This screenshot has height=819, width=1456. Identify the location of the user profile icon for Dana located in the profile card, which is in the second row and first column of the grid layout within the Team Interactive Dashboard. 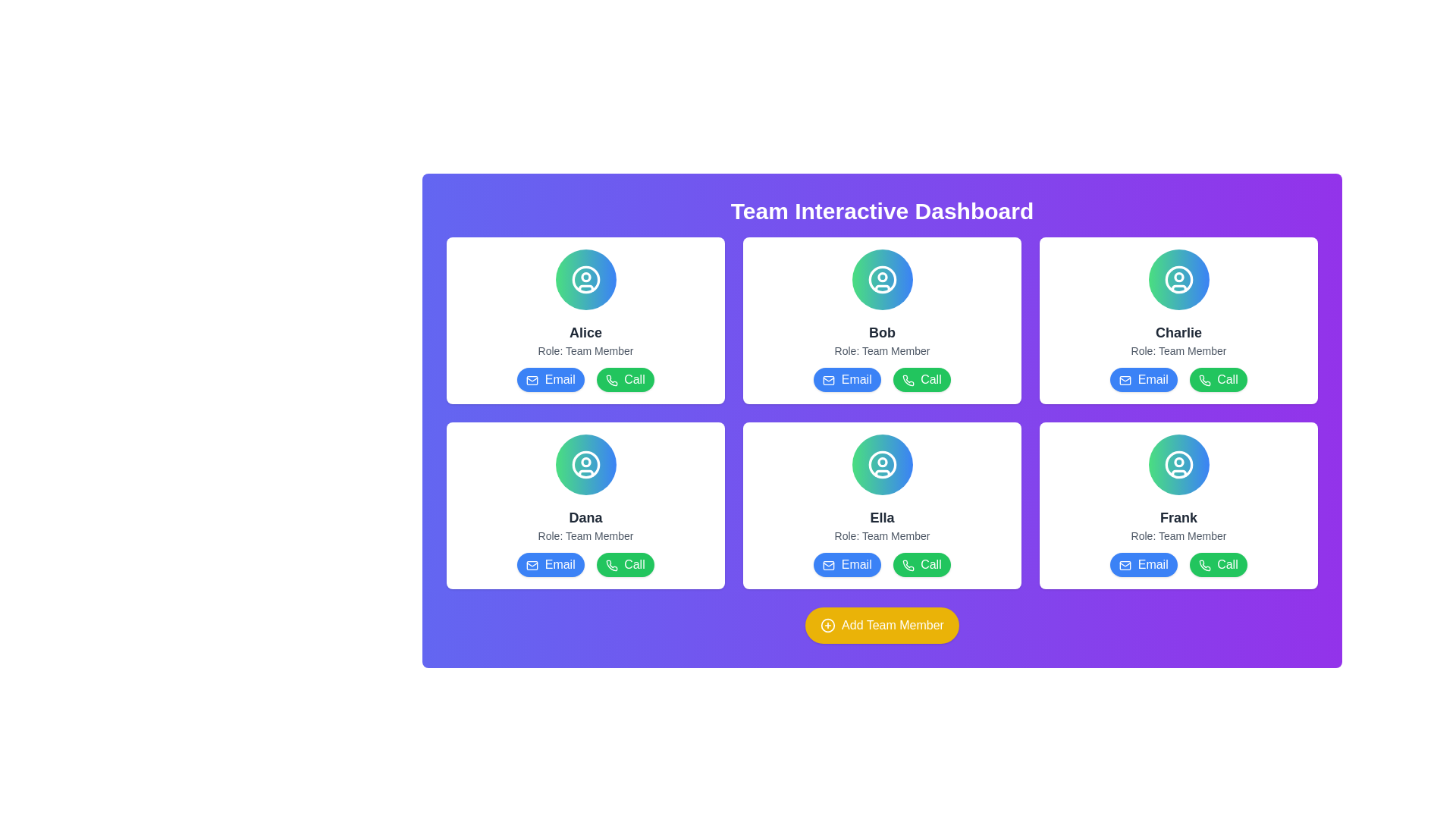
(585, 464).